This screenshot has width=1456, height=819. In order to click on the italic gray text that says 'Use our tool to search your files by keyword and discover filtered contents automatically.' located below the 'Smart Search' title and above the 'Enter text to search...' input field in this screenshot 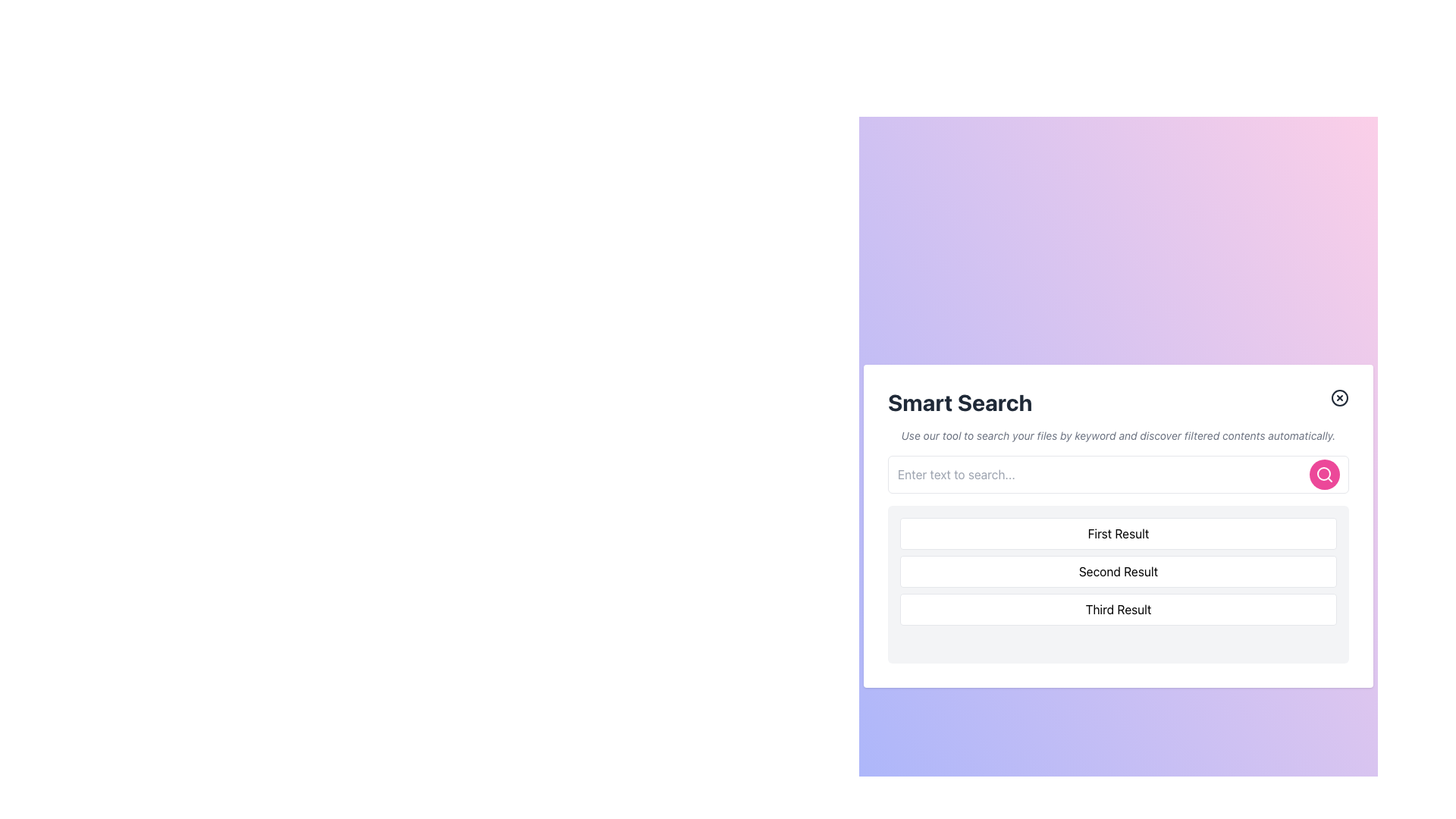, I will do `click(1118, 435)`.